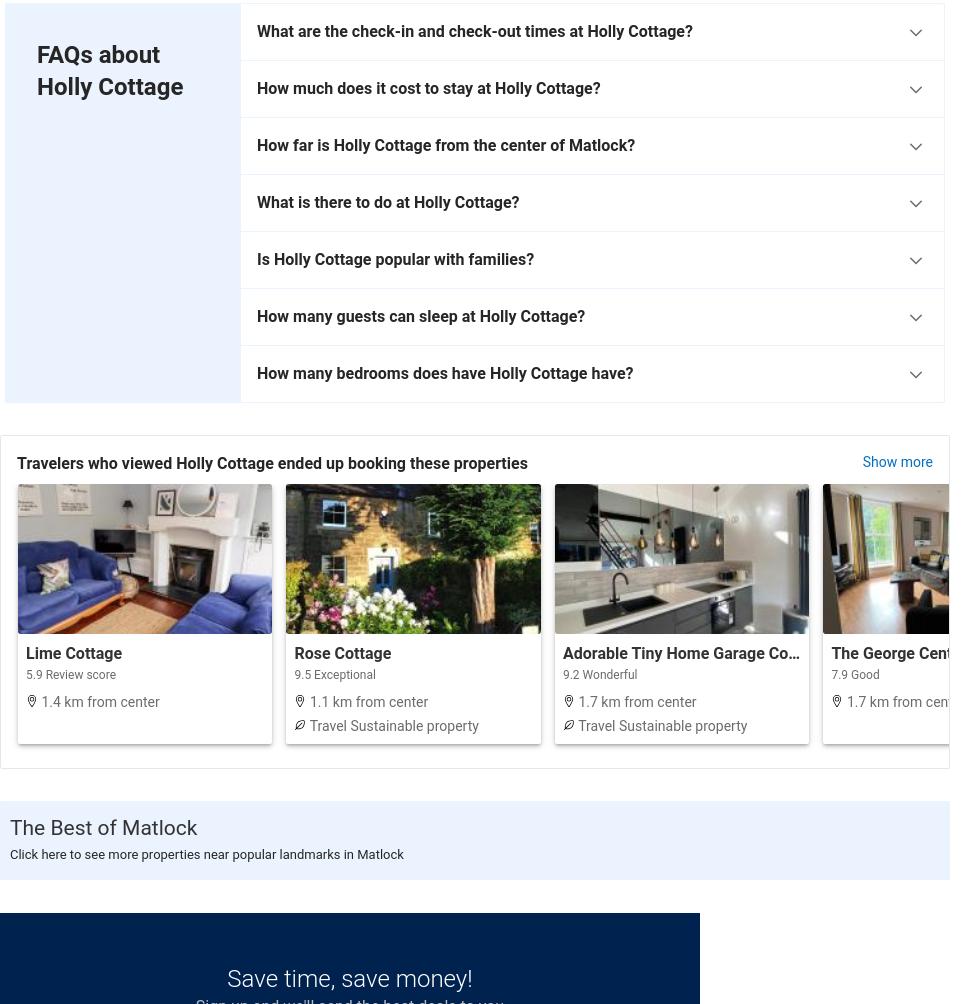  Describe the element at coordinates (333, 672) in the screenshot. I see `'9.5 Exceptional'` at that location.